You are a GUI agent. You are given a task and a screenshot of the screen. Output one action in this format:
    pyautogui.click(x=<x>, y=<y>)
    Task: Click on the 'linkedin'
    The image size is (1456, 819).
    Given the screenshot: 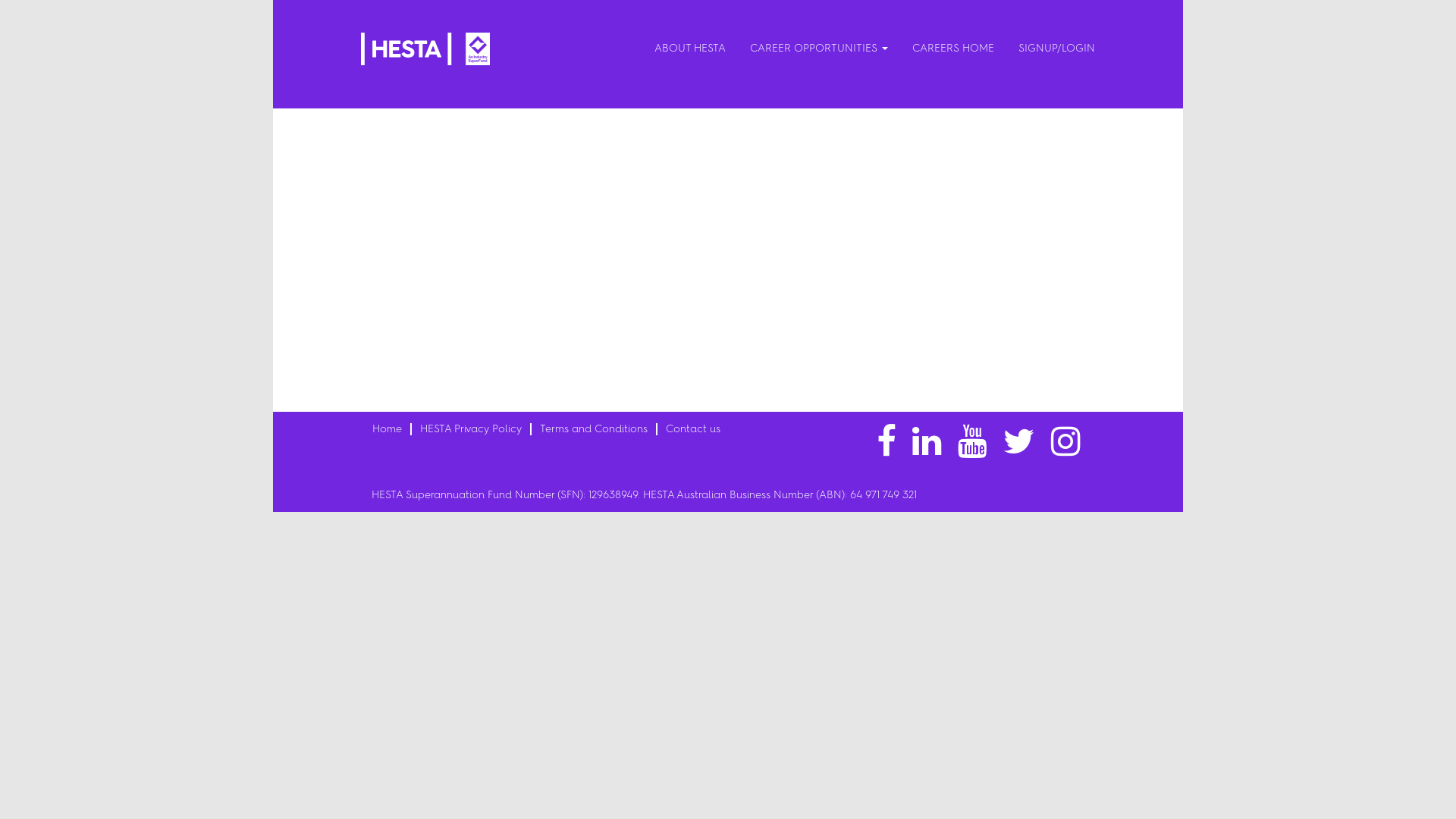 What is the action you would take?
    pyautogui.click(x=926, y=441)
    